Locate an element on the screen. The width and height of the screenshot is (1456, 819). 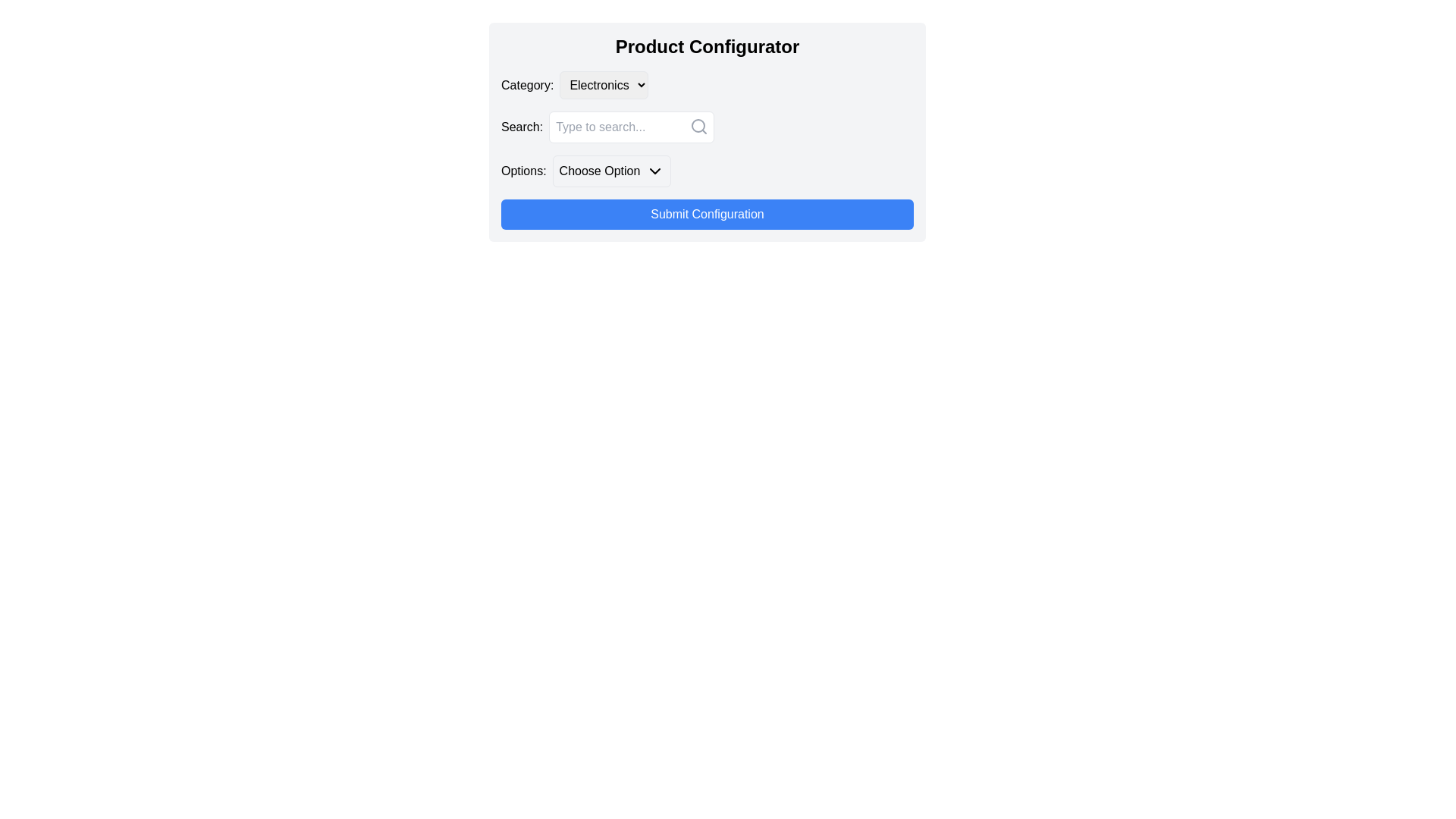
the 'Submit Configuration' button, which is a rectangular button with a blue background and white text, located at the bottom of the 'Product Configurator' section is located at coordinates (706, 214).